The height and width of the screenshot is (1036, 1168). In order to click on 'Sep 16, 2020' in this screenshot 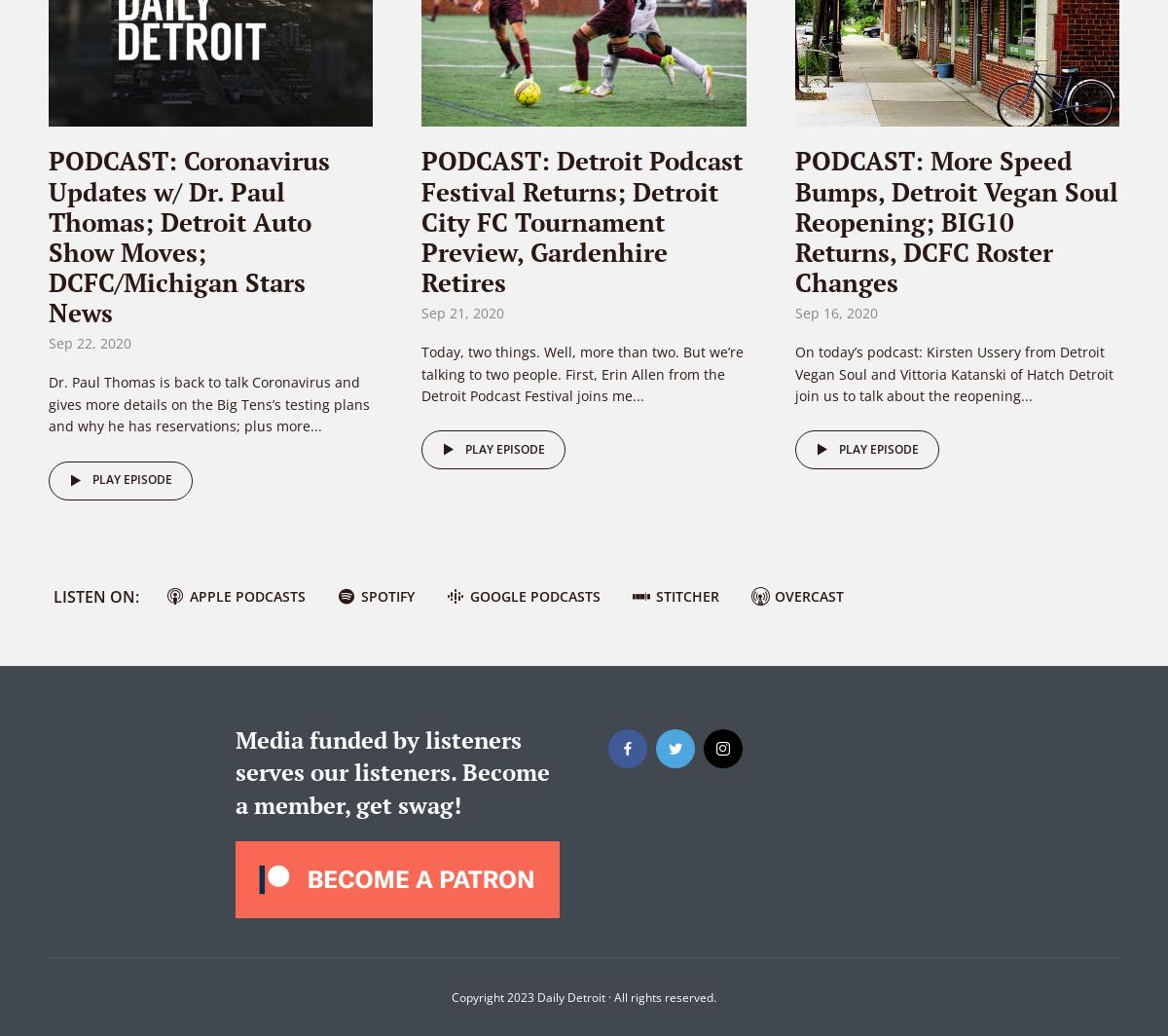, I will do `click(834, 313)`.